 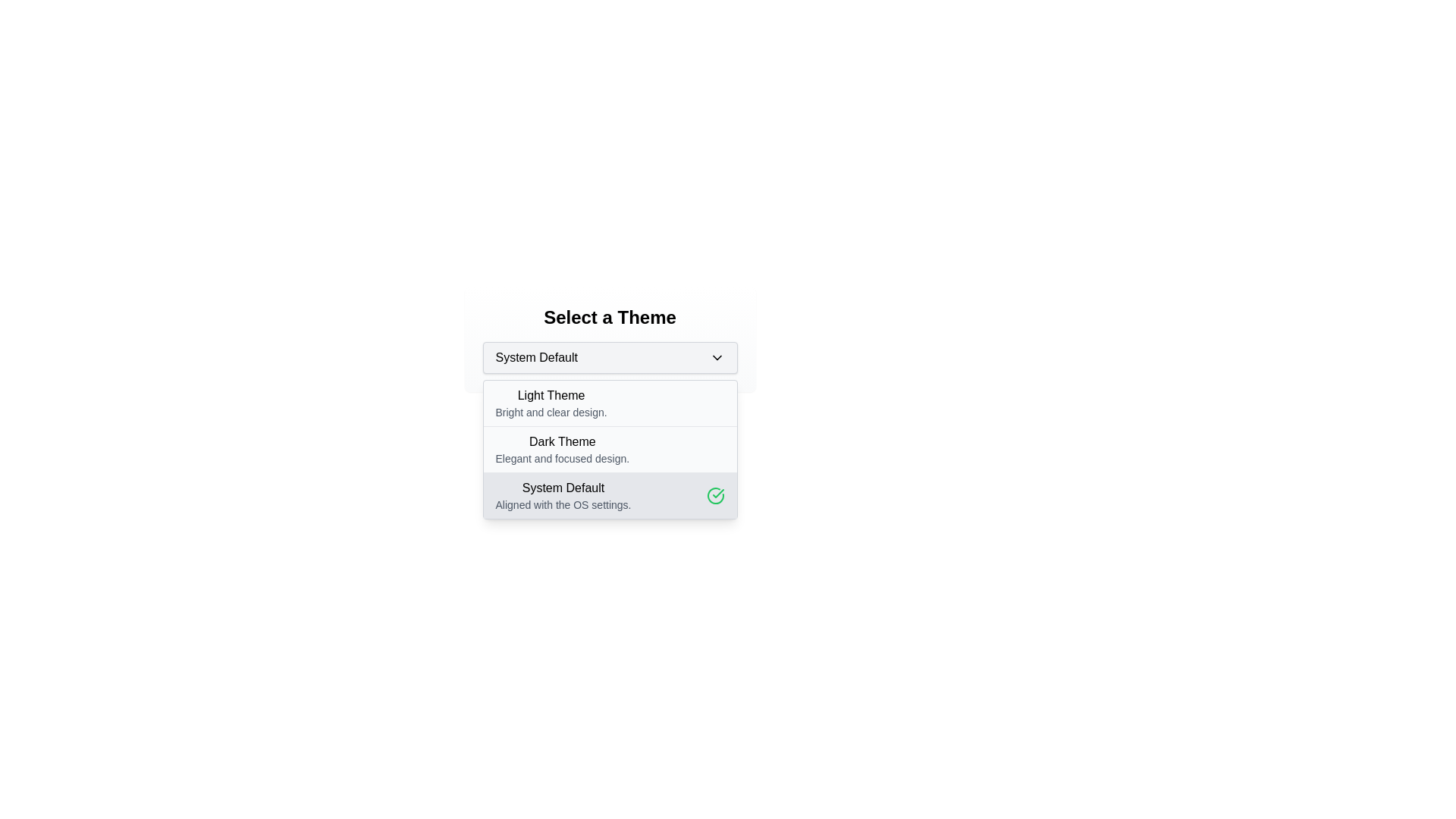 I want to click on the green checkmark icon within the circular outline that indicates the selection state of the 'System Default' option in the theme selection dropdown, so click(x=714, y=496).